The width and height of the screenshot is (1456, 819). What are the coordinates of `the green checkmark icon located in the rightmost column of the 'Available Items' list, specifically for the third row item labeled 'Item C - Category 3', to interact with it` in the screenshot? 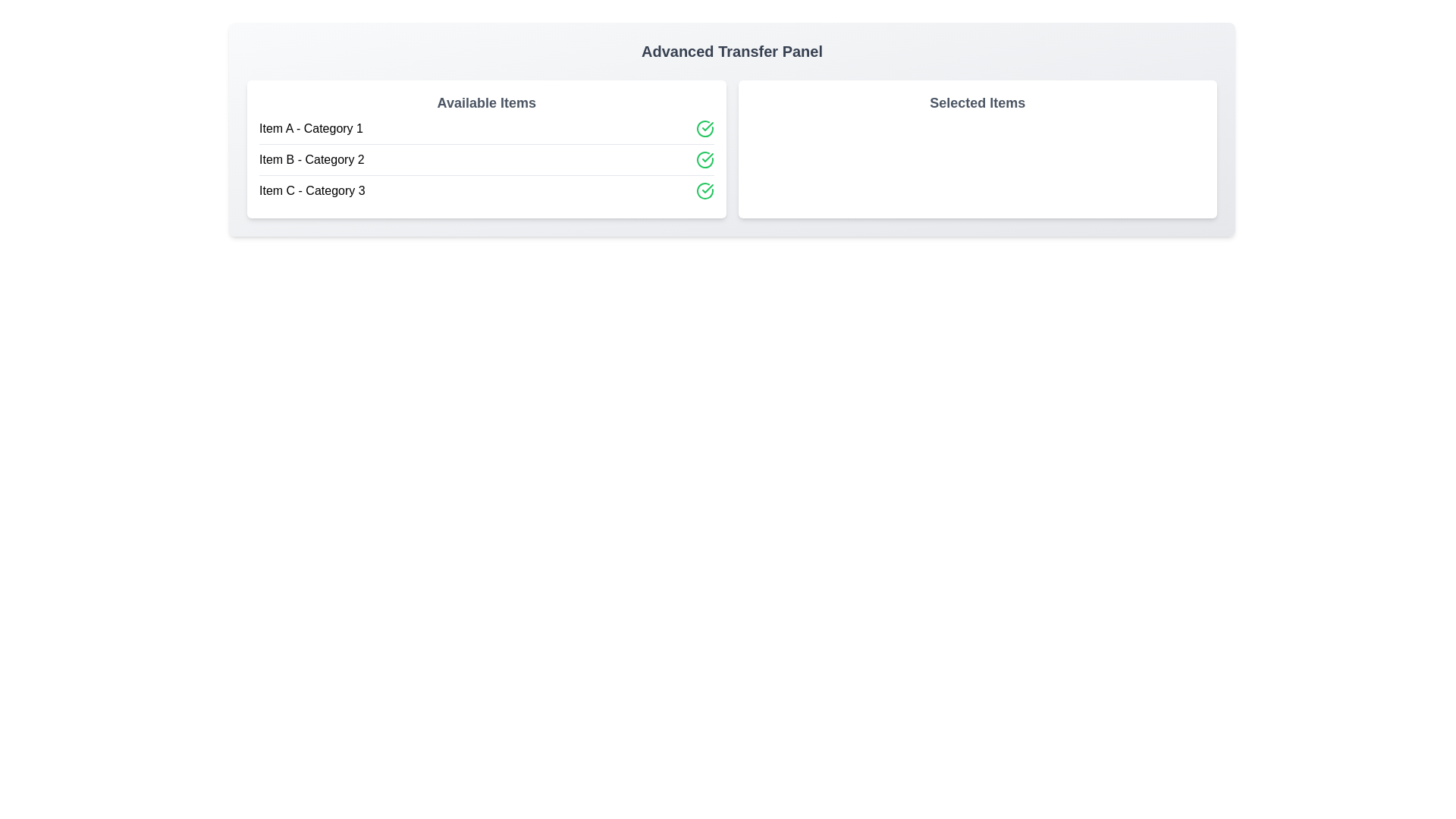 It's located at (706, 188).